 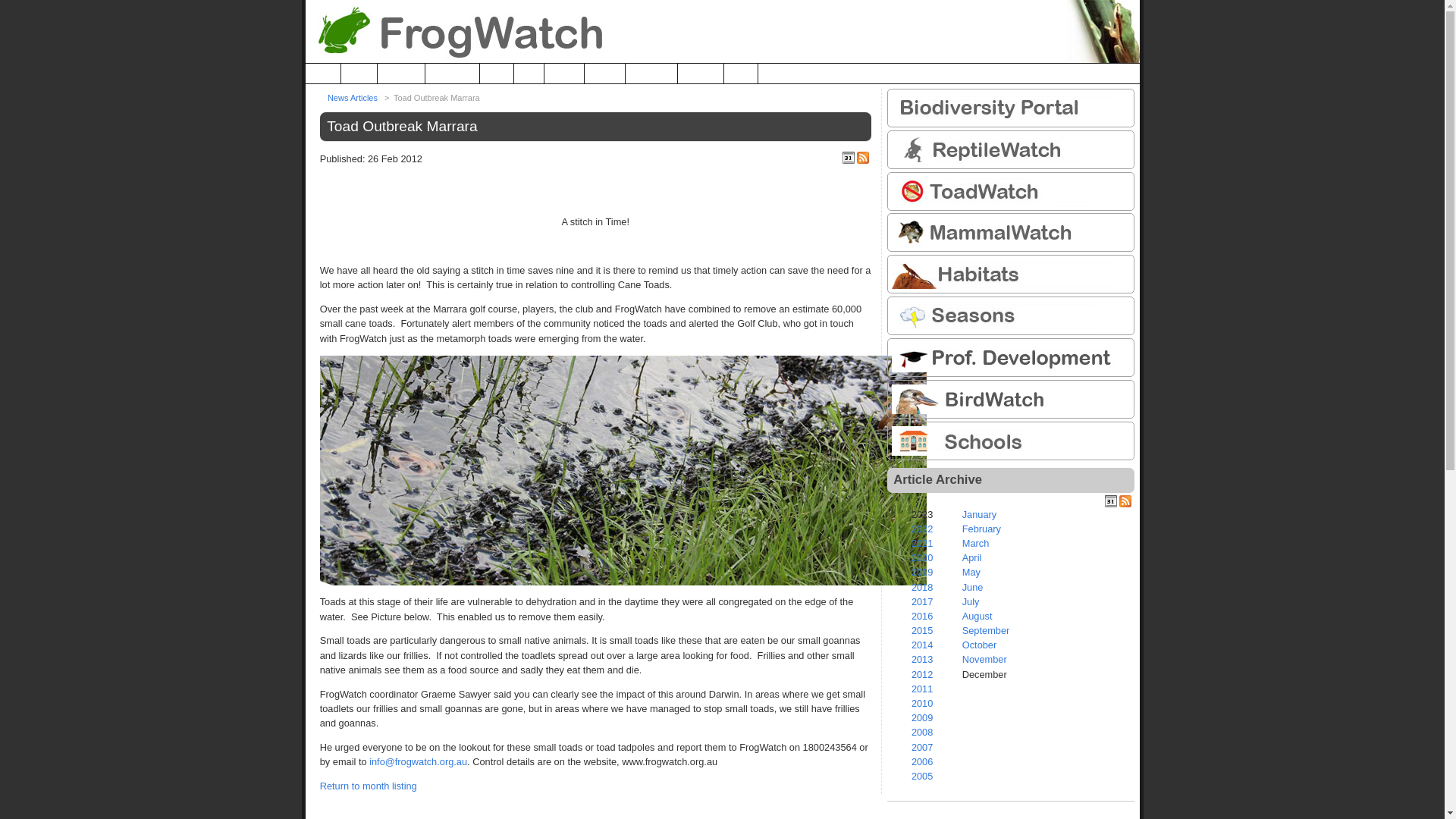 What do you see at coordinates (961, 557) in the screenshot?
I see `'April'` at bounding box center [961, 557].